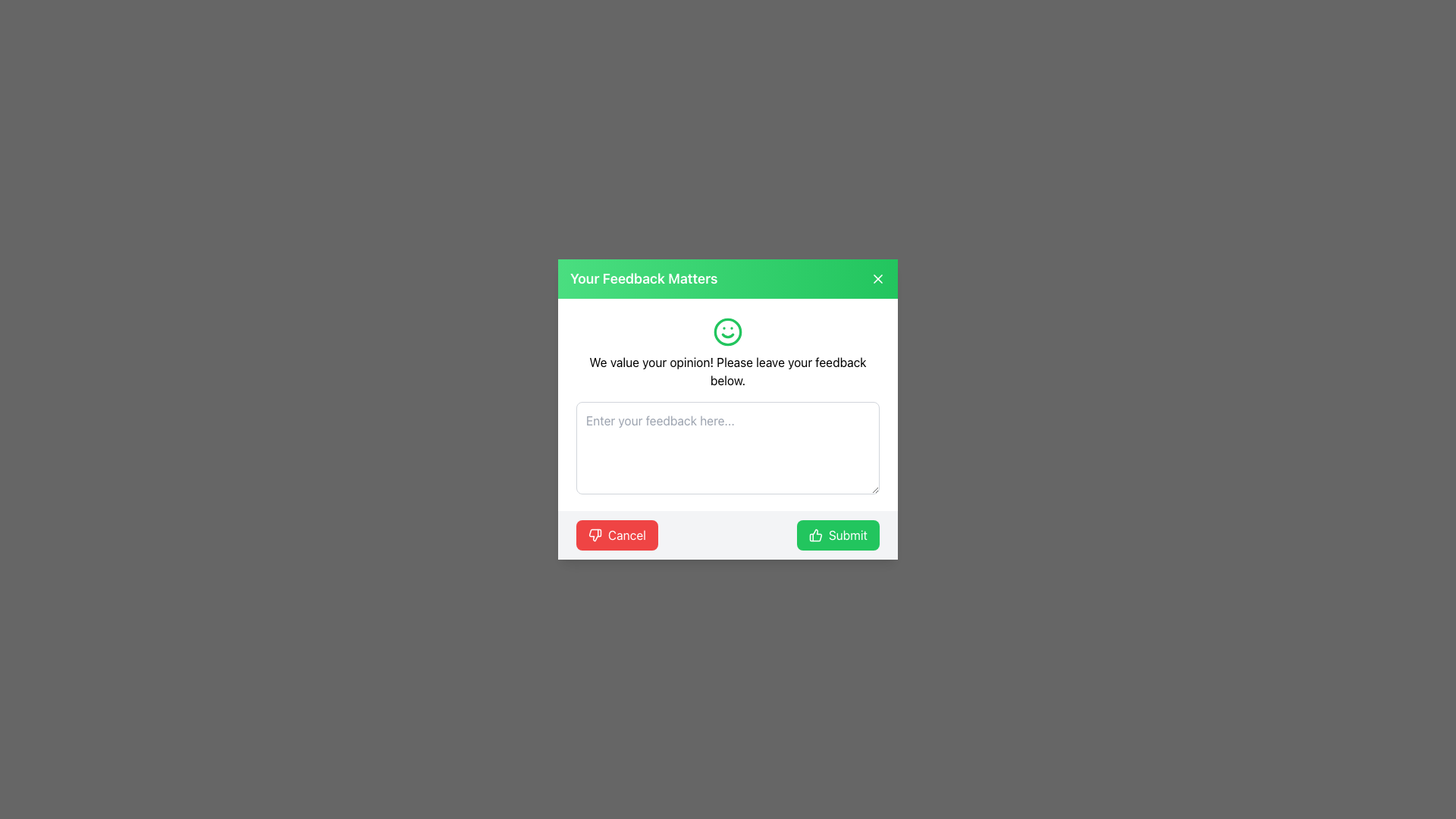 The height and width of the screenshot is (819, 1456). I want to click on the smiley face icon by clicking on the circular element with a green outline, which is prominently located at the top-middle section of the dialog box titled 'Your Feedback Matters', so click(728, 331).